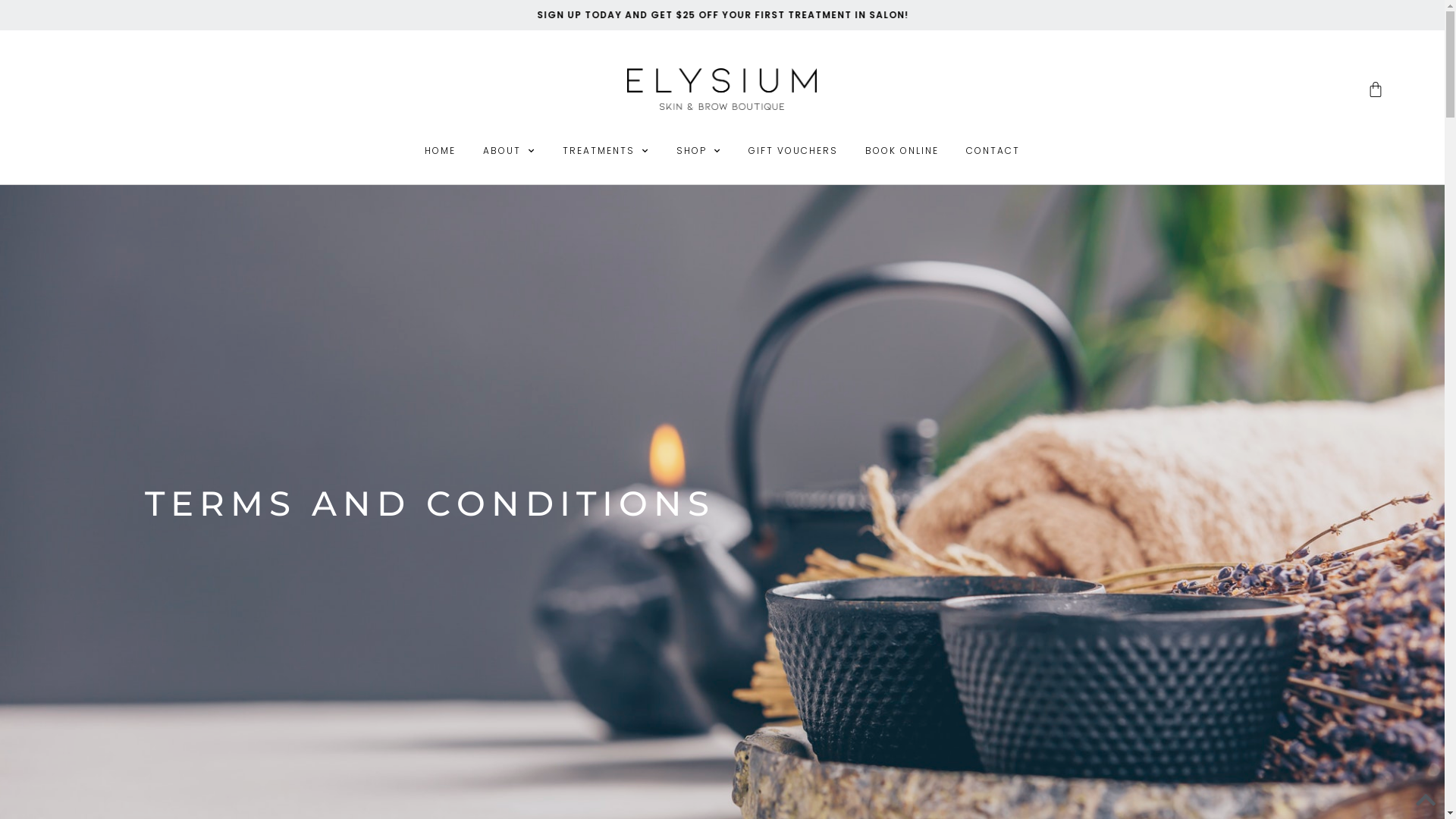 The image size is (1456, 819). I want to click on 'TREATMENTS', so click(604, 151).